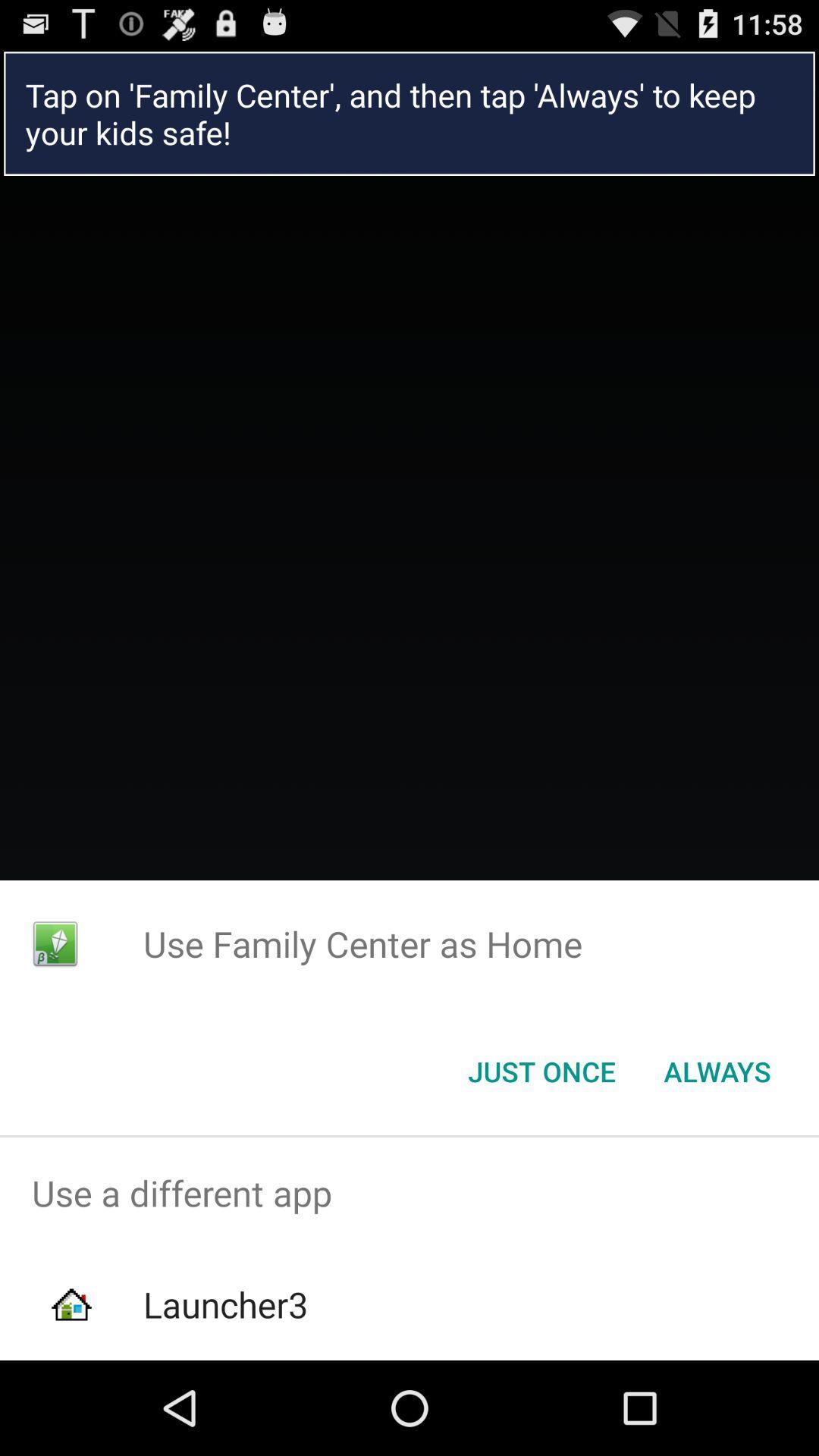 This screenshot has width=819, height=1456. Describe the element at coordinates (541, 1070) in the screenshot. I see `item below use family center item` at that location.